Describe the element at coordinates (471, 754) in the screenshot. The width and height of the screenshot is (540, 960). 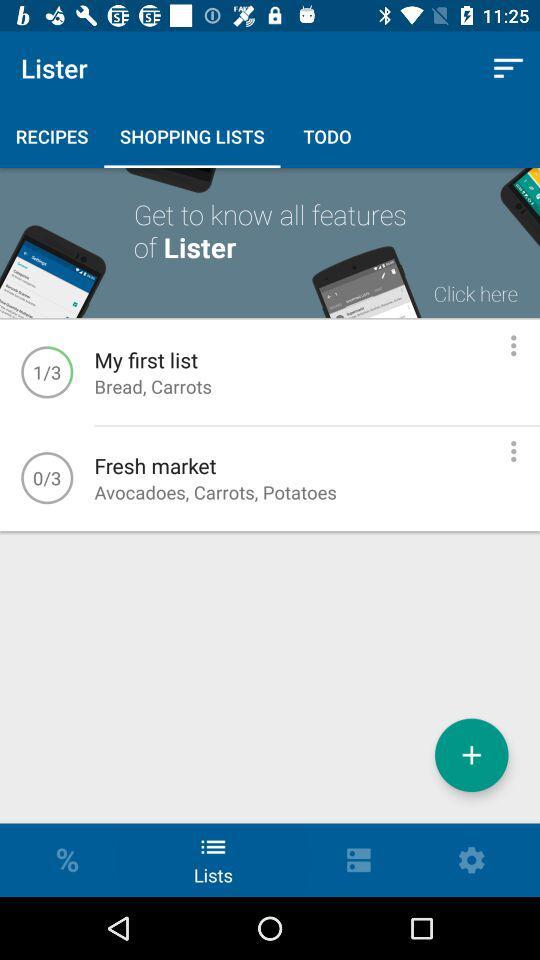
I see `a shopping list` at that location.